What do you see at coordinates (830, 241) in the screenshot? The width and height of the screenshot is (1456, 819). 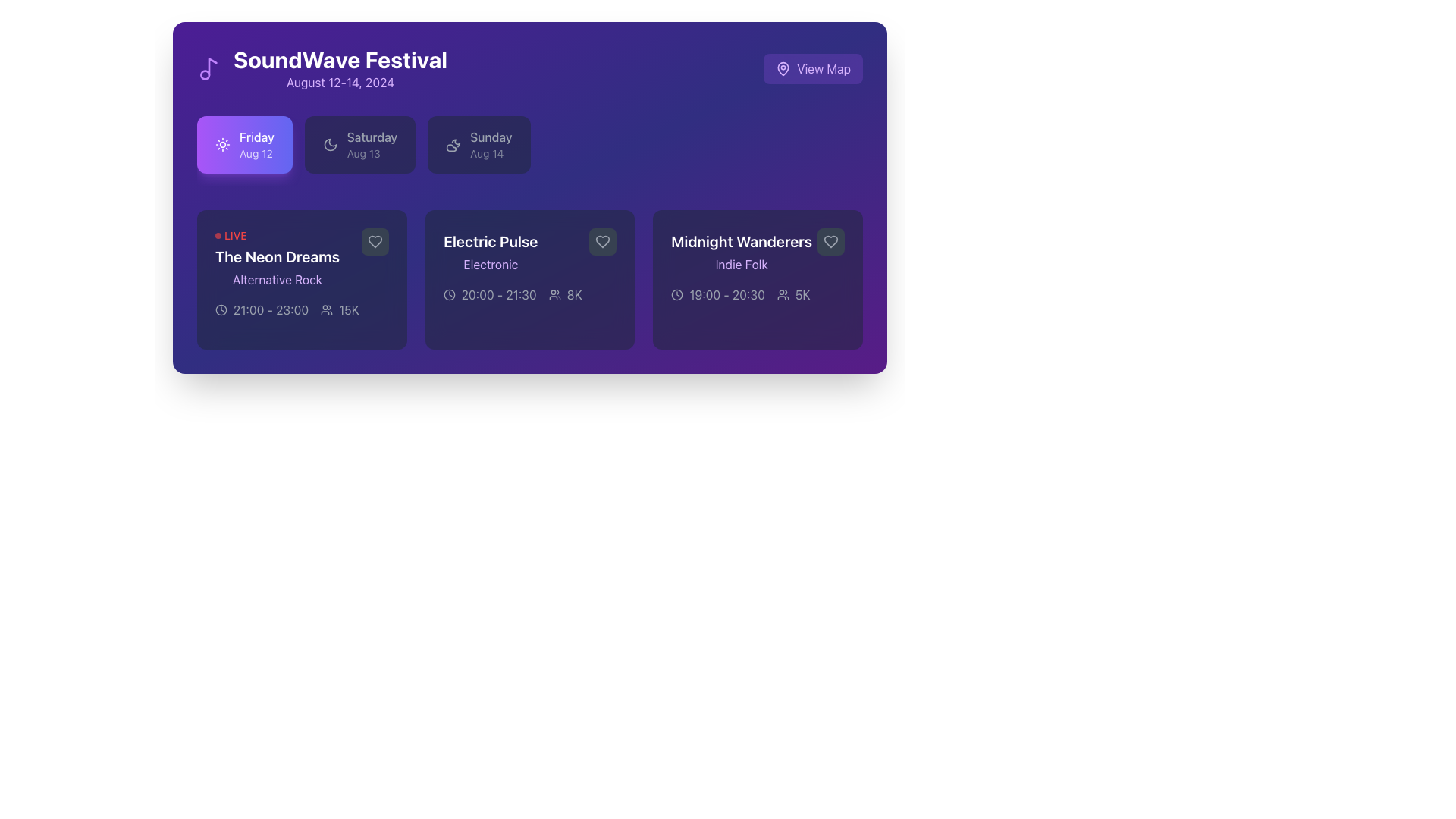 I see `the 'like' icon located in the bottom-right corner of the 'Midnight Wanderers' section` at bounding box center [830, 241].